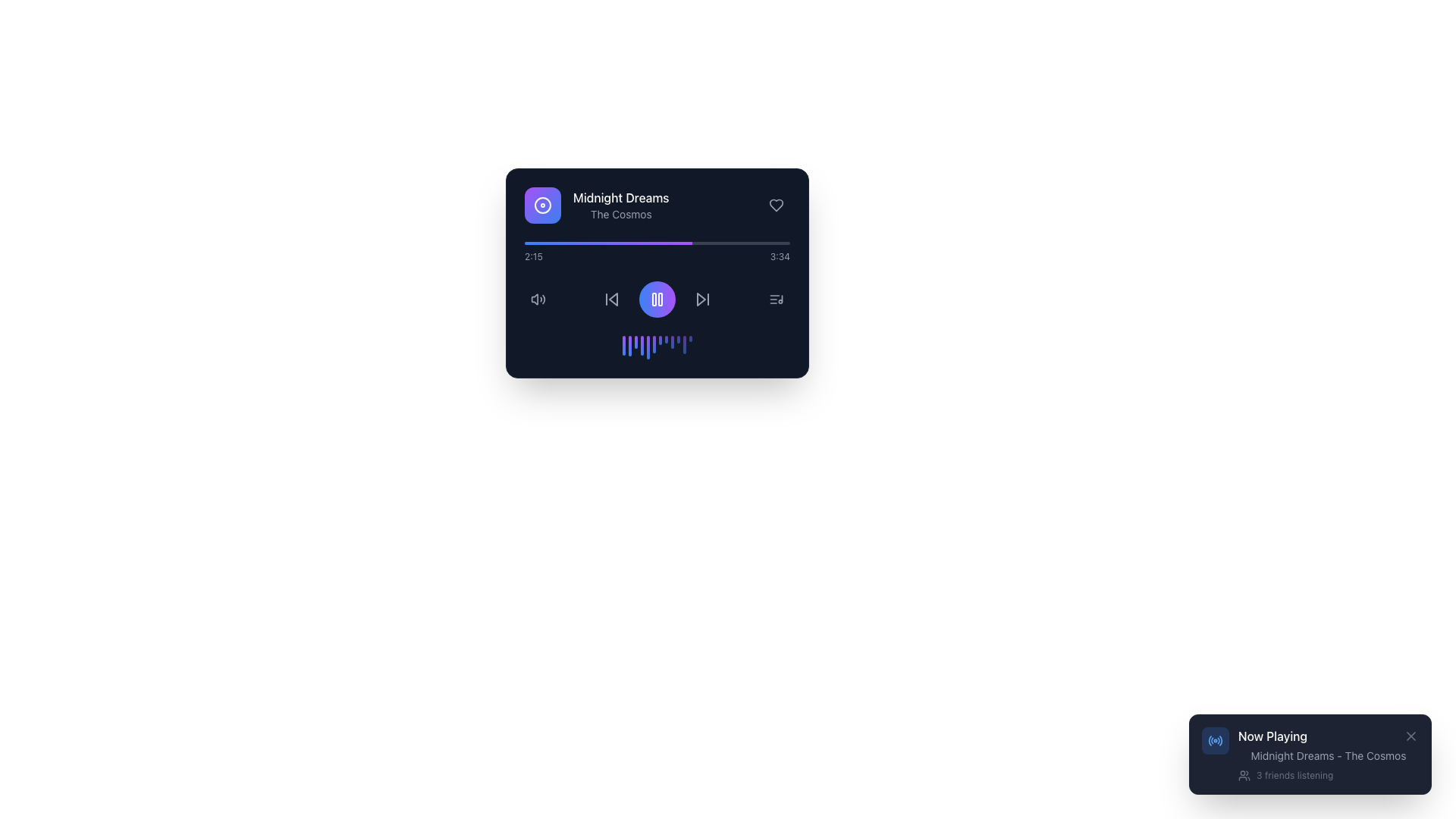 This screenshot has height=819, width=1456. What do you see at coordinates (629, 345) in the screenshot?
I see `the second vertical bar of the visual equalizer, which features a gradient color scheme from blue to purple and has rounded ends` at bounding box center [629, 345].